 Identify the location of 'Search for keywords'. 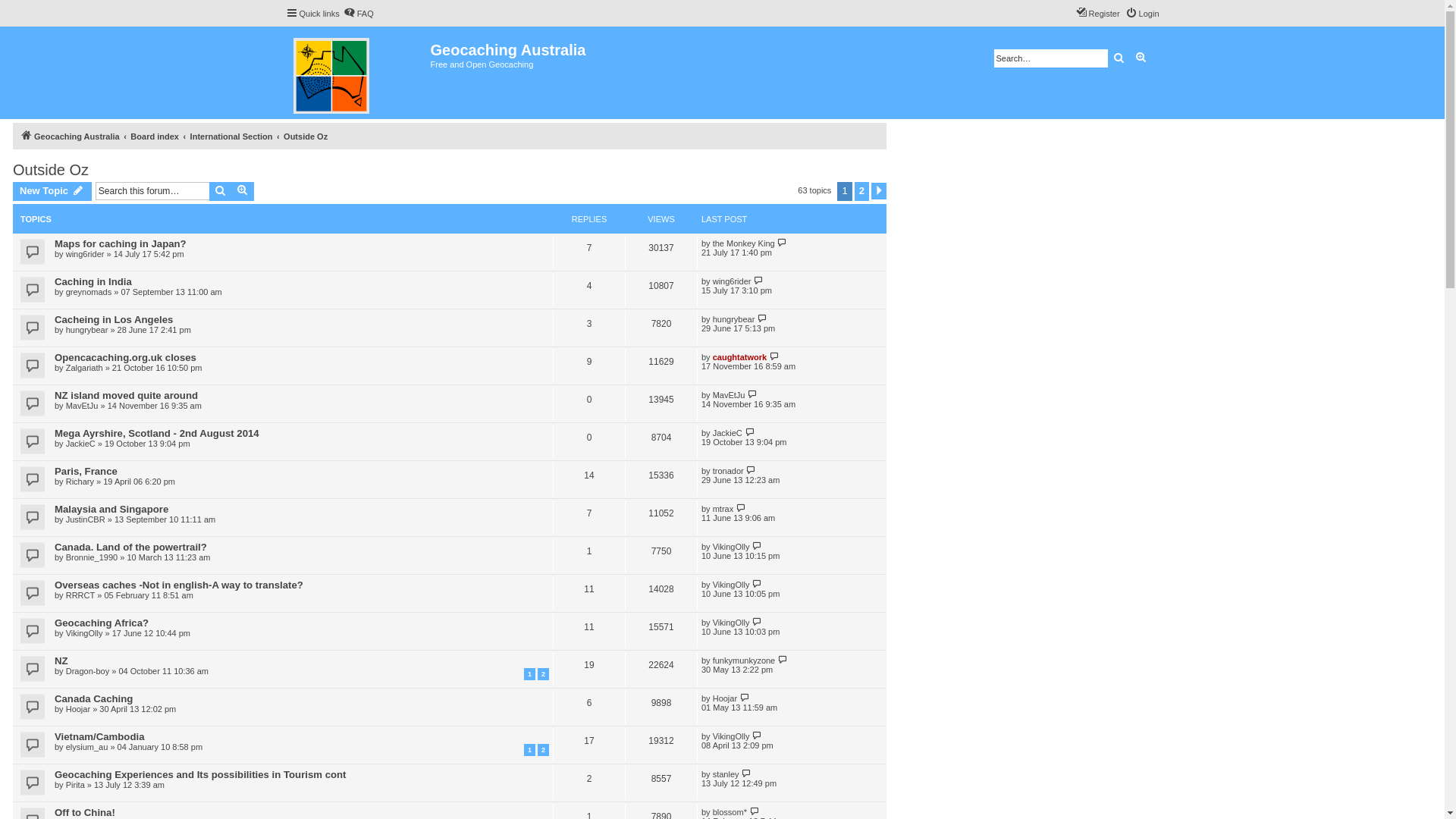
(1050, 58).